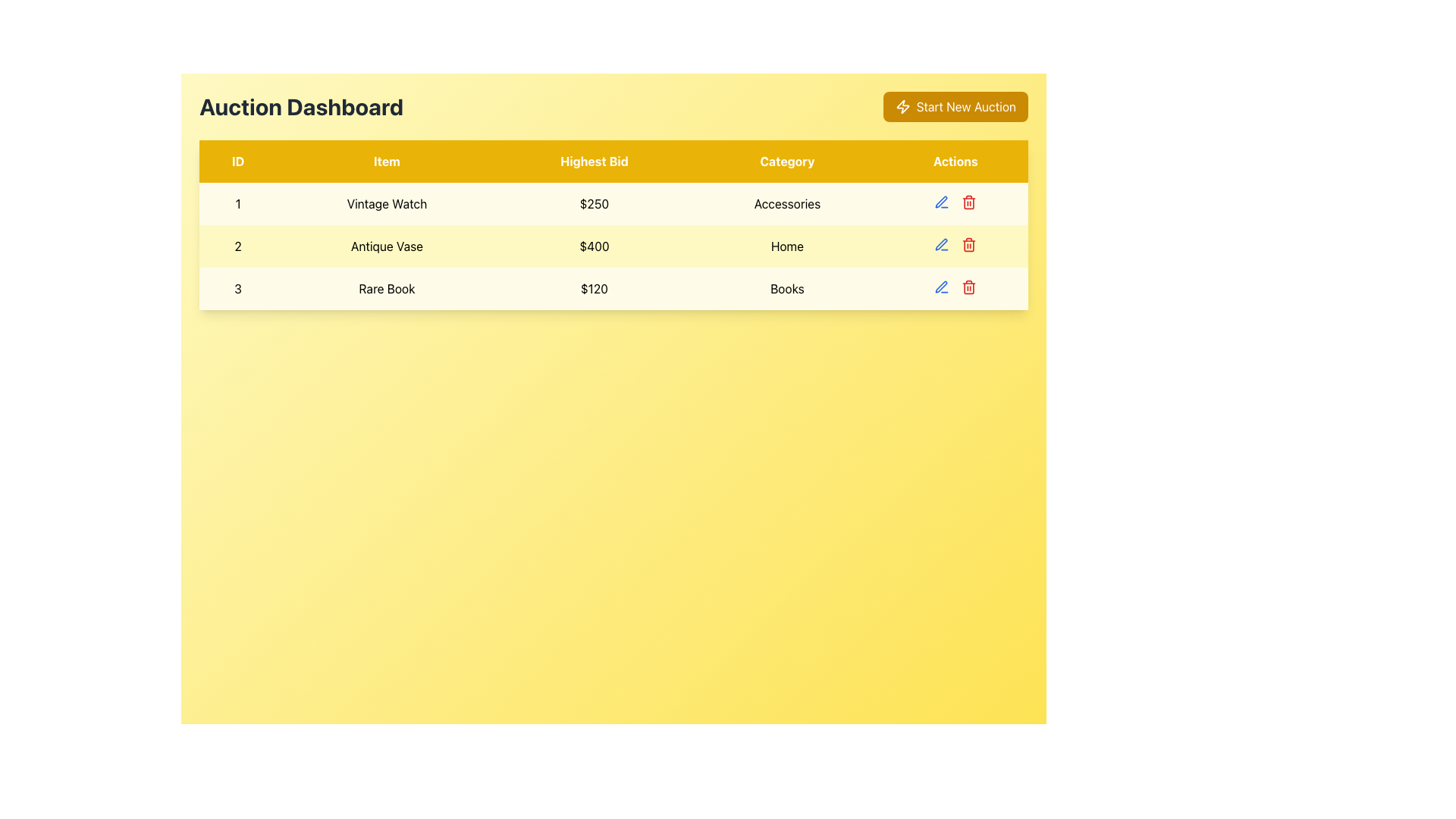 This screenshot has height=819, width=1456. Describe the element at coordinates (787, 203) in the screenshot. I see `the 'Accessories' text label in the first row of the 'Category' column for the item 'Vintage Watch'` at that location.